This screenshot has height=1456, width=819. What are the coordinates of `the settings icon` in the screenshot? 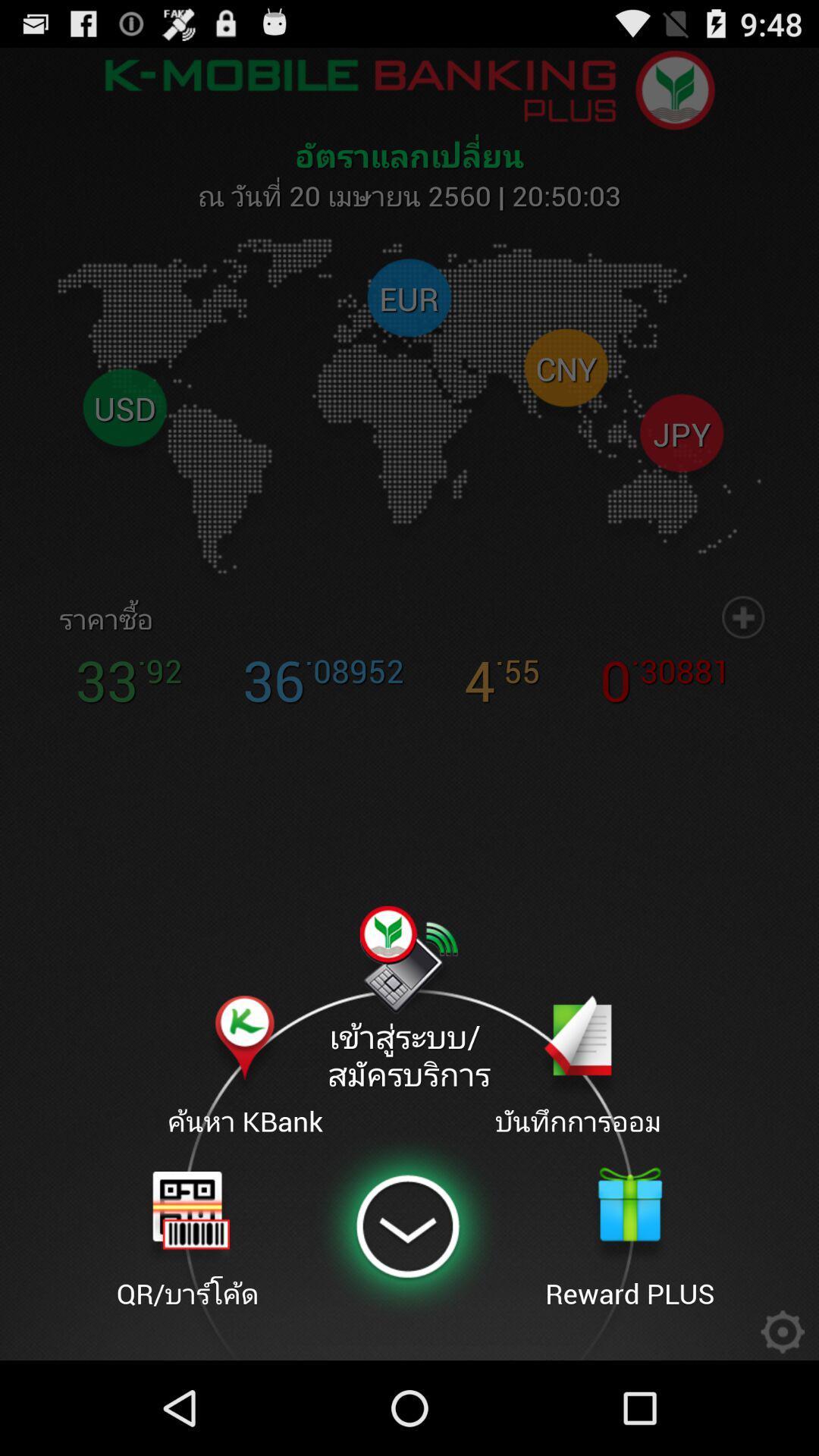 It's located at (783, 1420).